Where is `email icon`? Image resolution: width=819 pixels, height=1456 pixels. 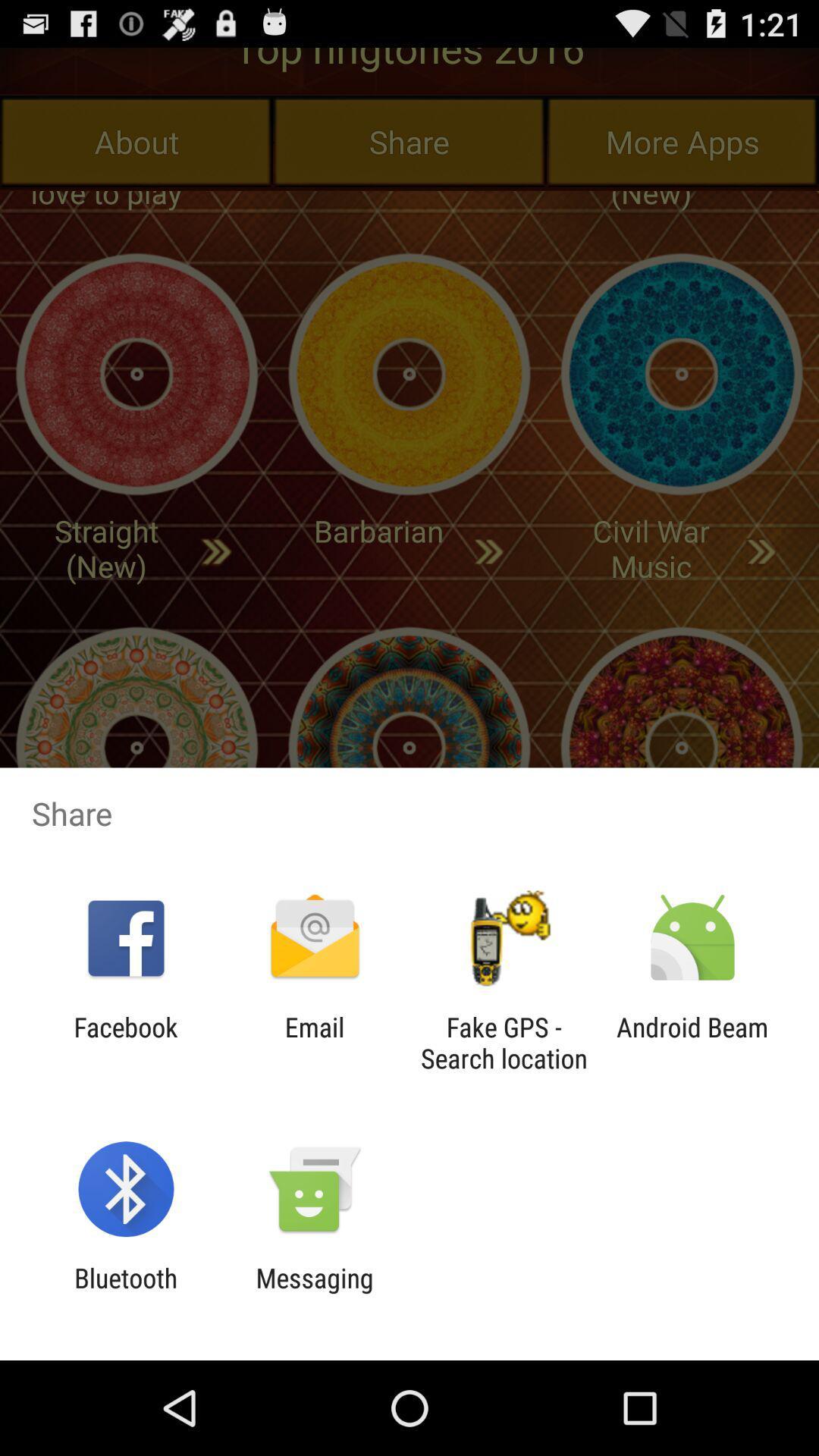 email icon is located at coordinates (314, 1042).